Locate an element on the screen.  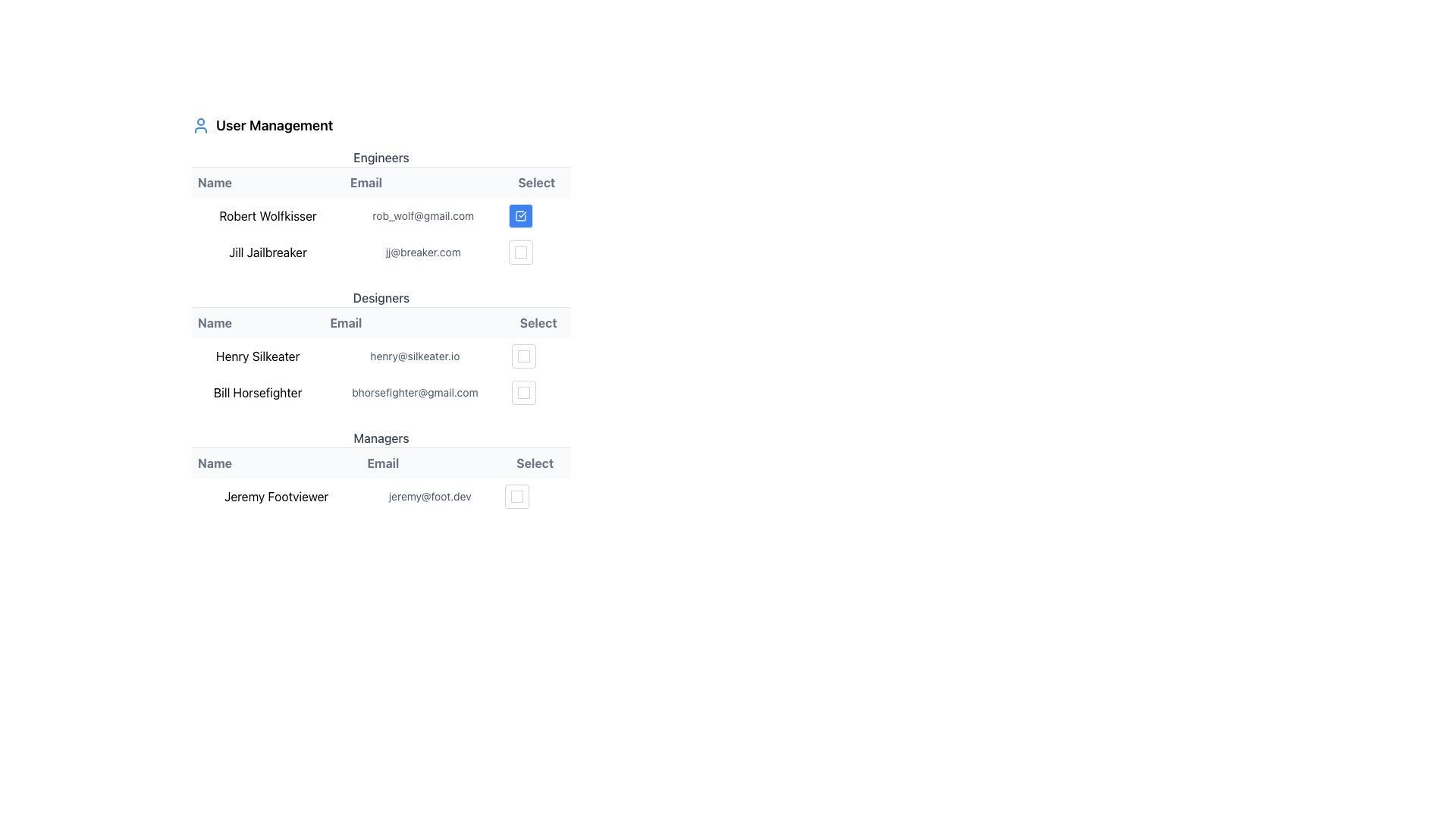
the interactive checkbox for the 'Jeremy Footviewer' entry in the 'Managers' section is located at coordinates (535, 497).